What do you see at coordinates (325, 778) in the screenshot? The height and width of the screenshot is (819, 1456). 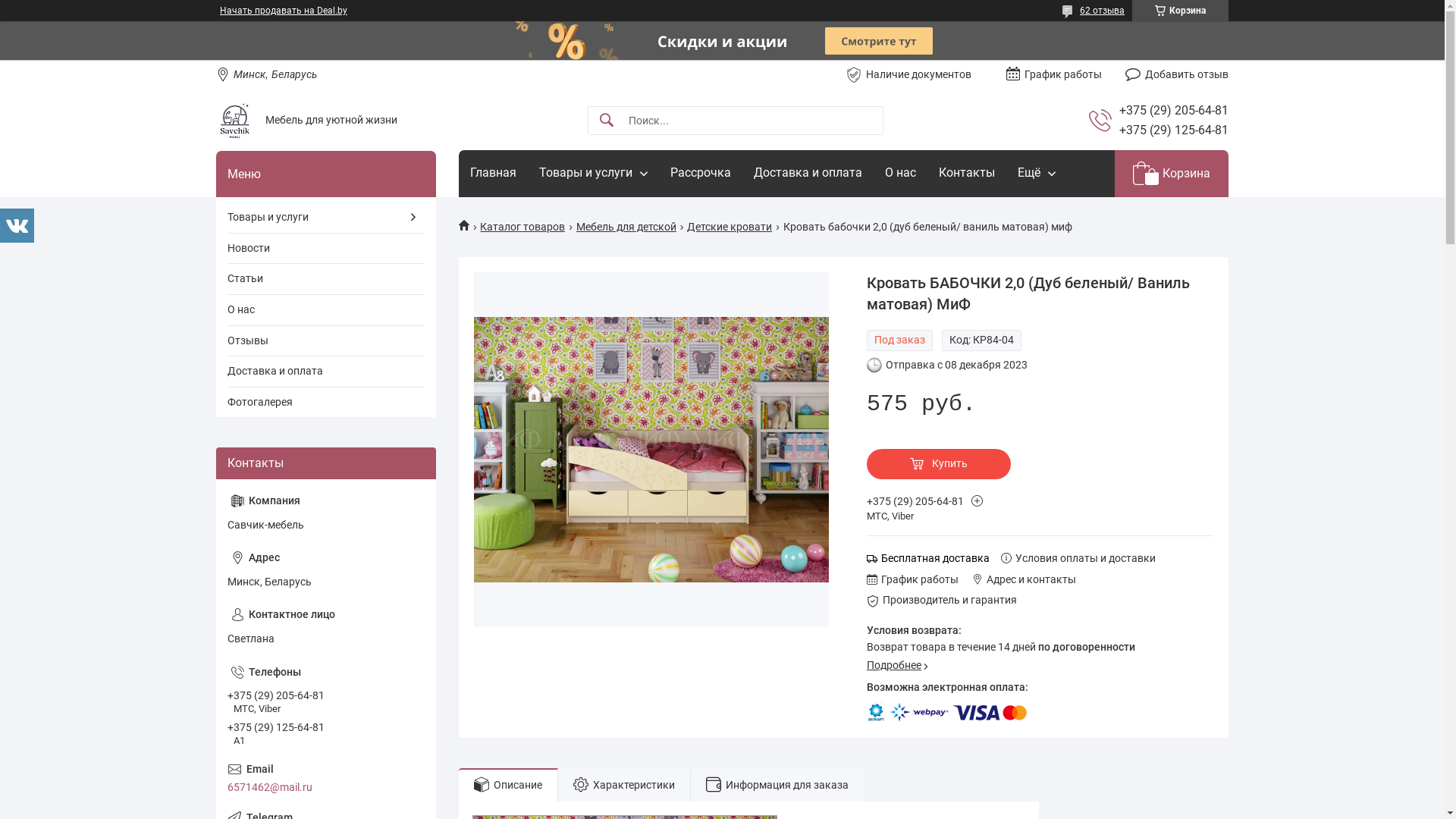 I see `'6571462@mail.ru'` at bounding box center [325, 778].